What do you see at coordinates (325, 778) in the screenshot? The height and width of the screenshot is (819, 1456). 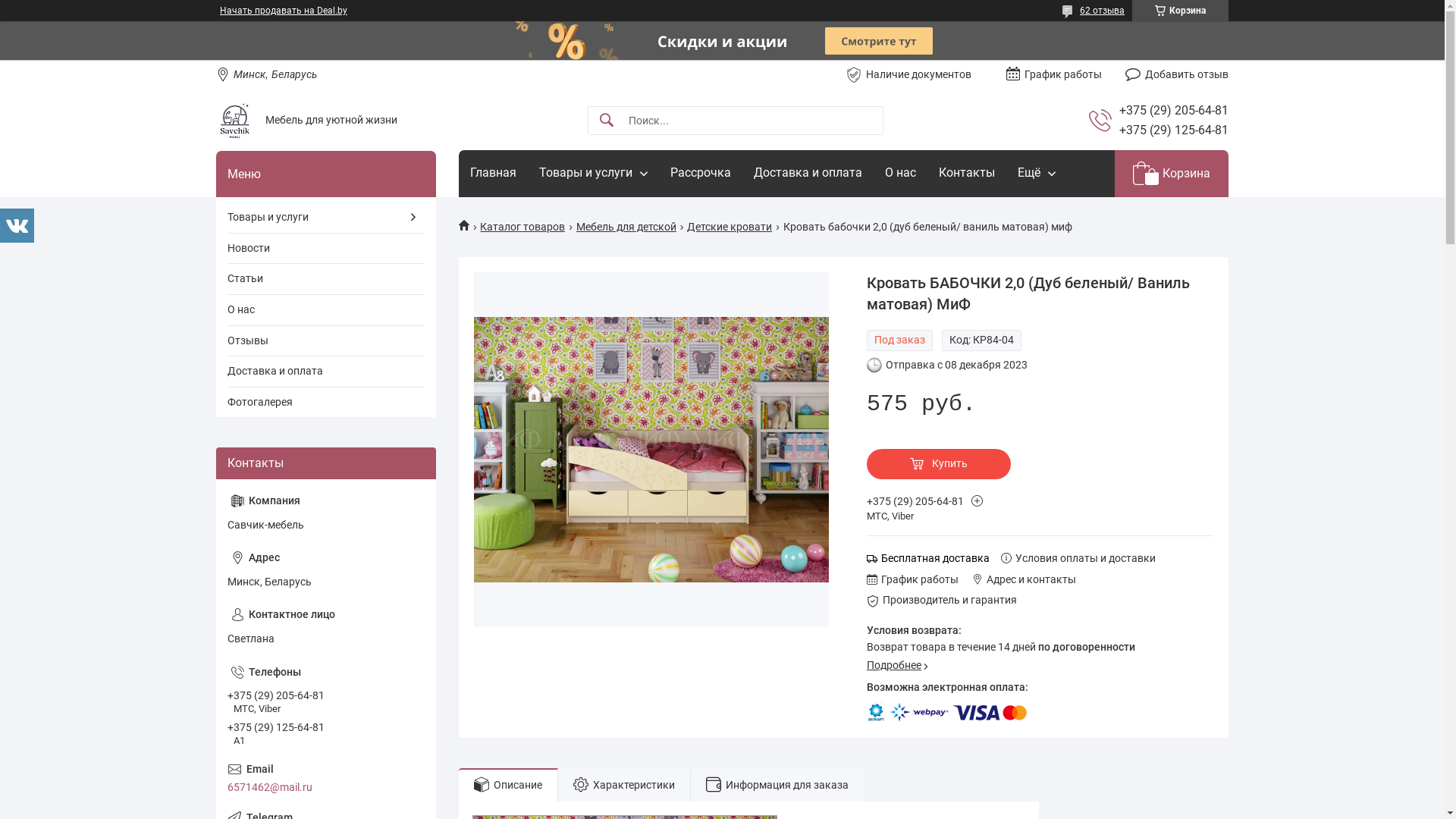 I see `'6571462@mail.ru'` at bounding box center [325, 778].